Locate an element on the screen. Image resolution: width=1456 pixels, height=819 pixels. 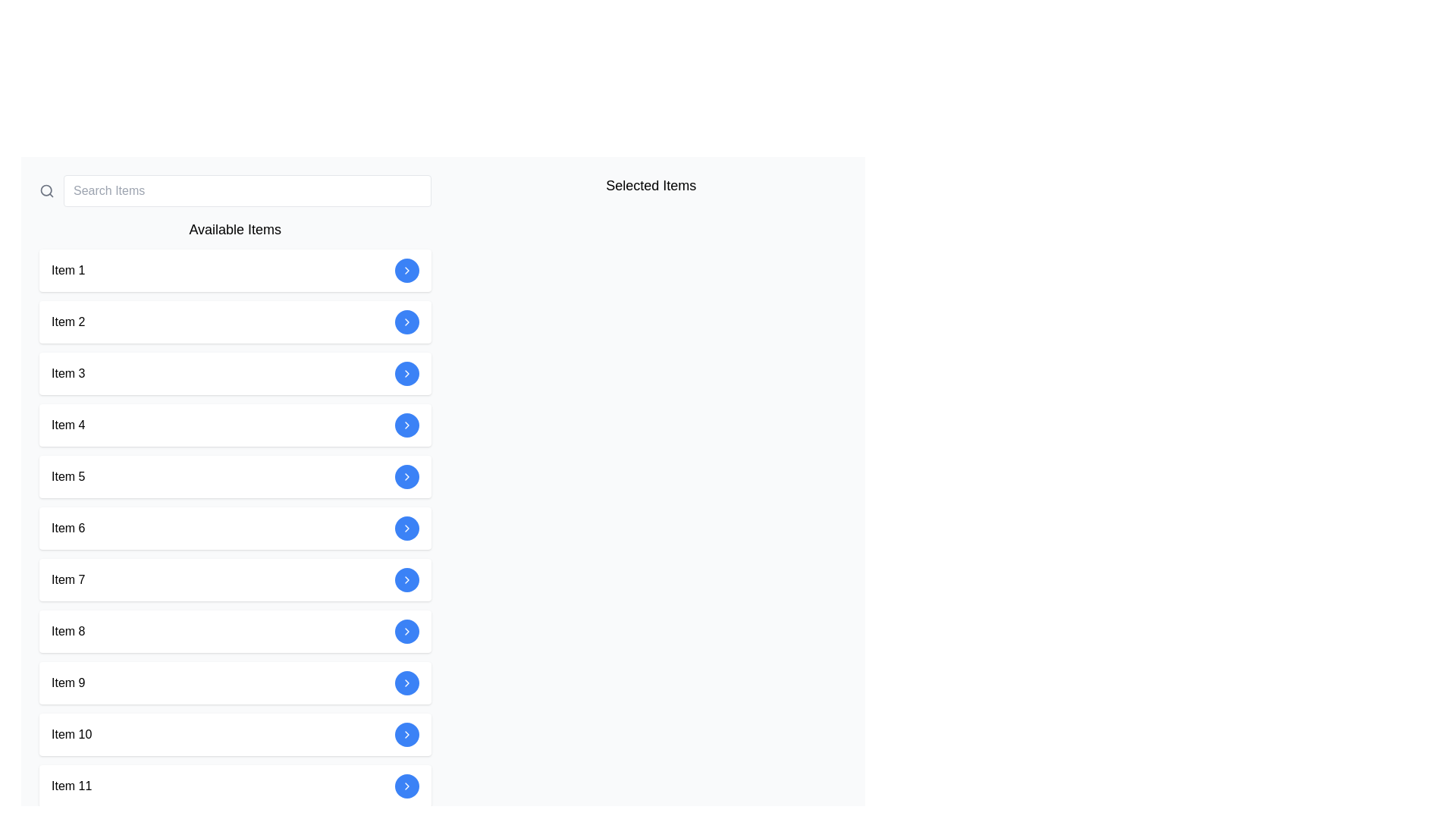
the circular button with an embedded chevron icon located at the far-right end of the row containing 'Item 1' is located at coordinates (406, 270).